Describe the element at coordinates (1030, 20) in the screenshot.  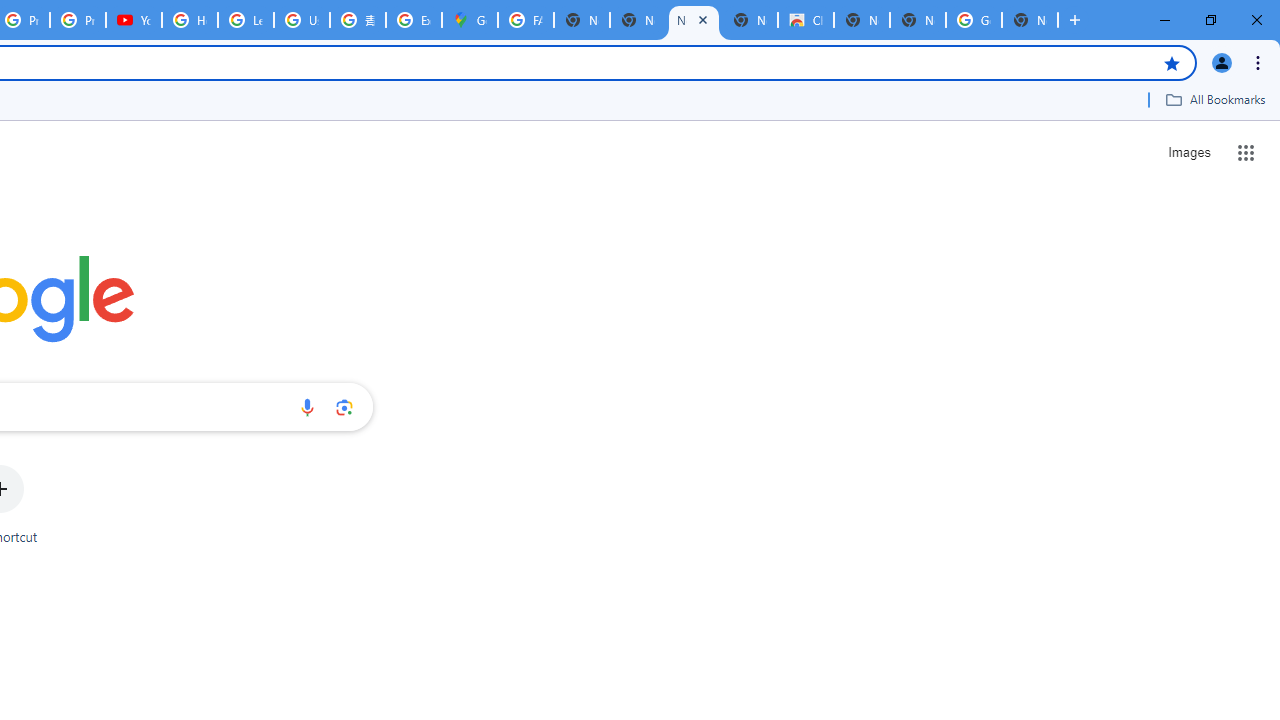
I see `'New Tab'` at that location.